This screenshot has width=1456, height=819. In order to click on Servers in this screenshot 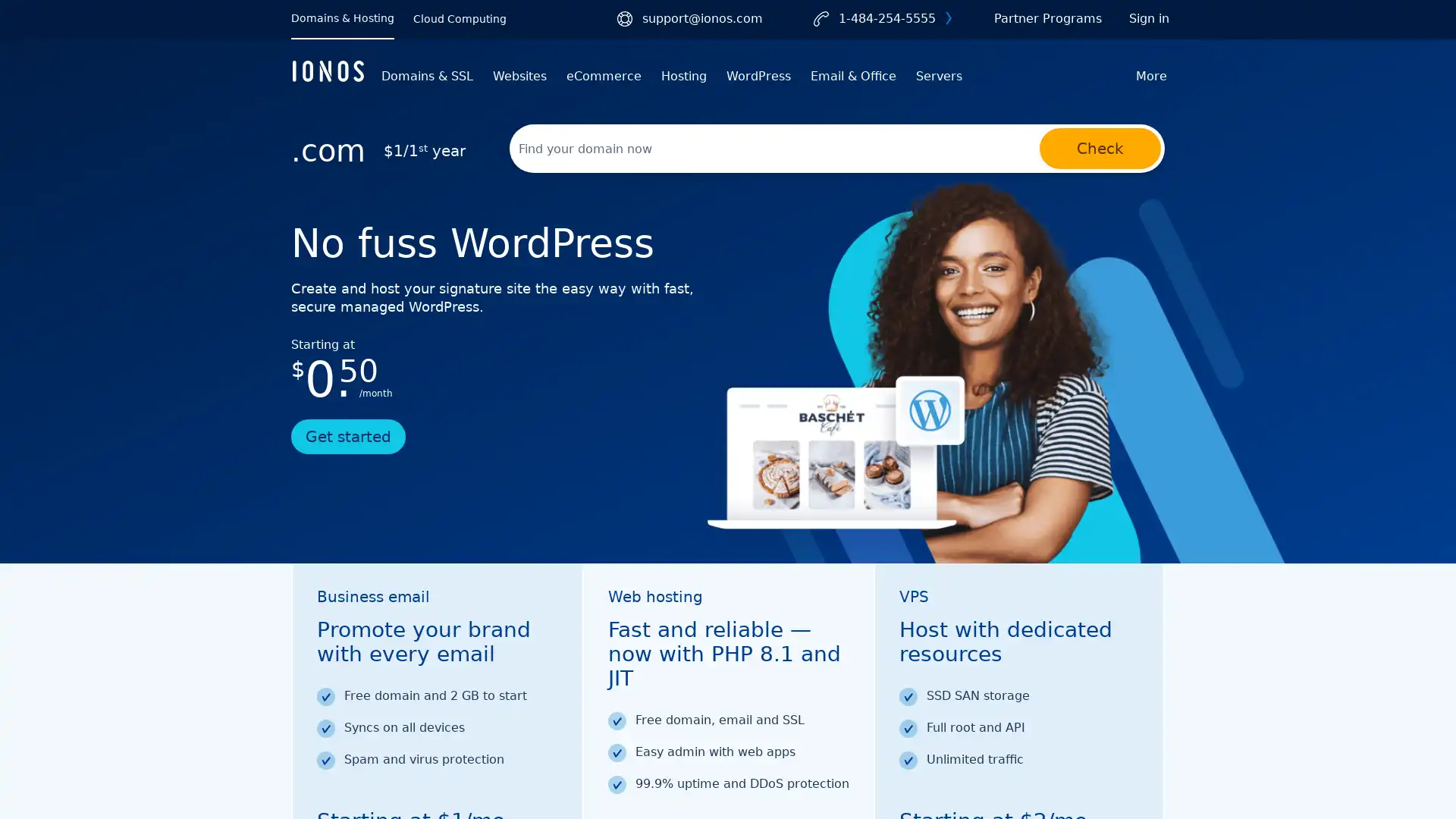, I will do `click(917, 76)`.